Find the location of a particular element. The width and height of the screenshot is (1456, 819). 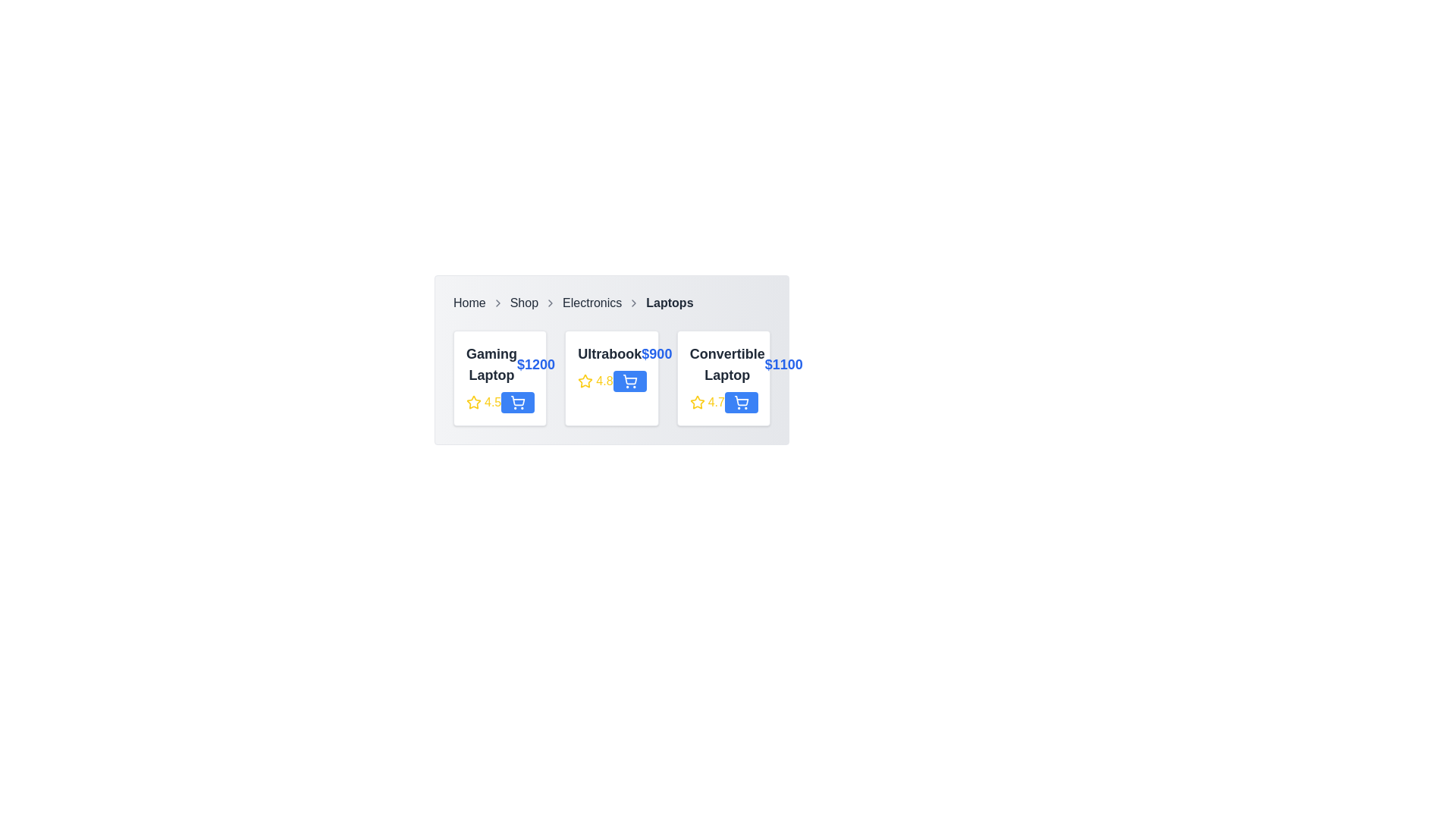

the 'Shop' hyperlink in the breadcrumb navigation bar is located at coordinates (524, 303).